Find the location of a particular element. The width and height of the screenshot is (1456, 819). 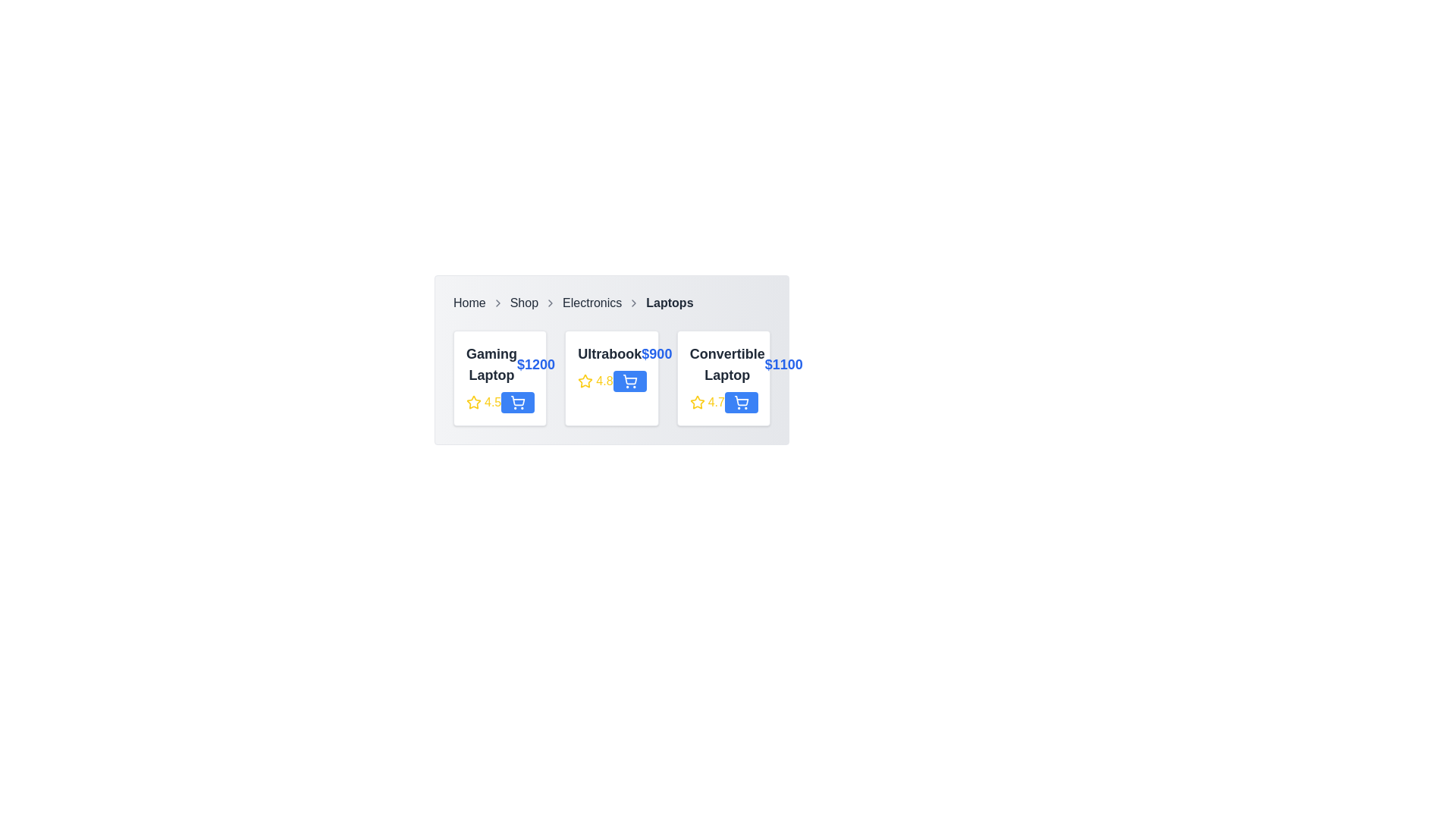

the 'Shop' hyperlink in the breadcrumb navigation bar is located at coordinates (524, 303).